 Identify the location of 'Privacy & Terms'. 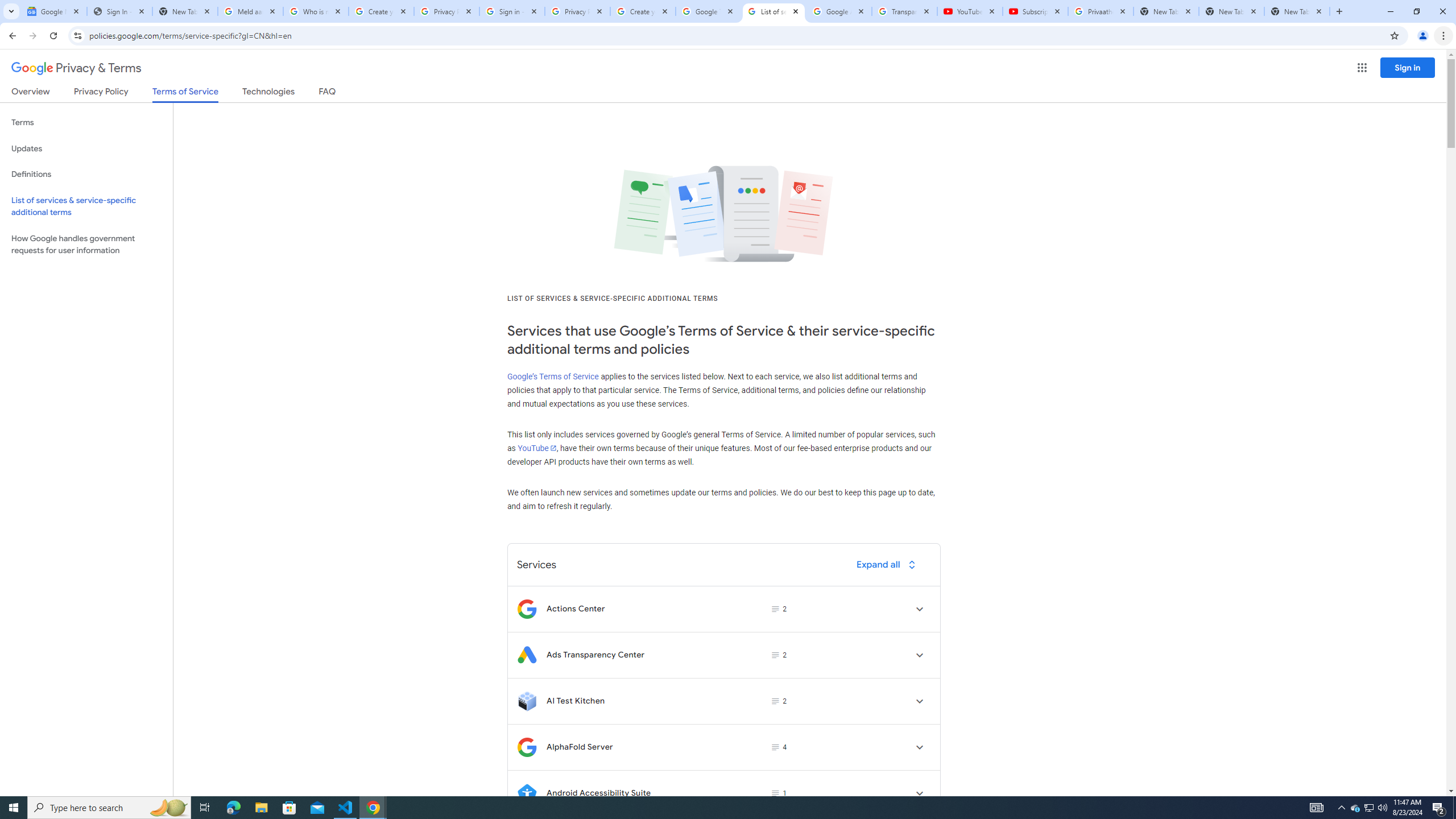
(76, 68).